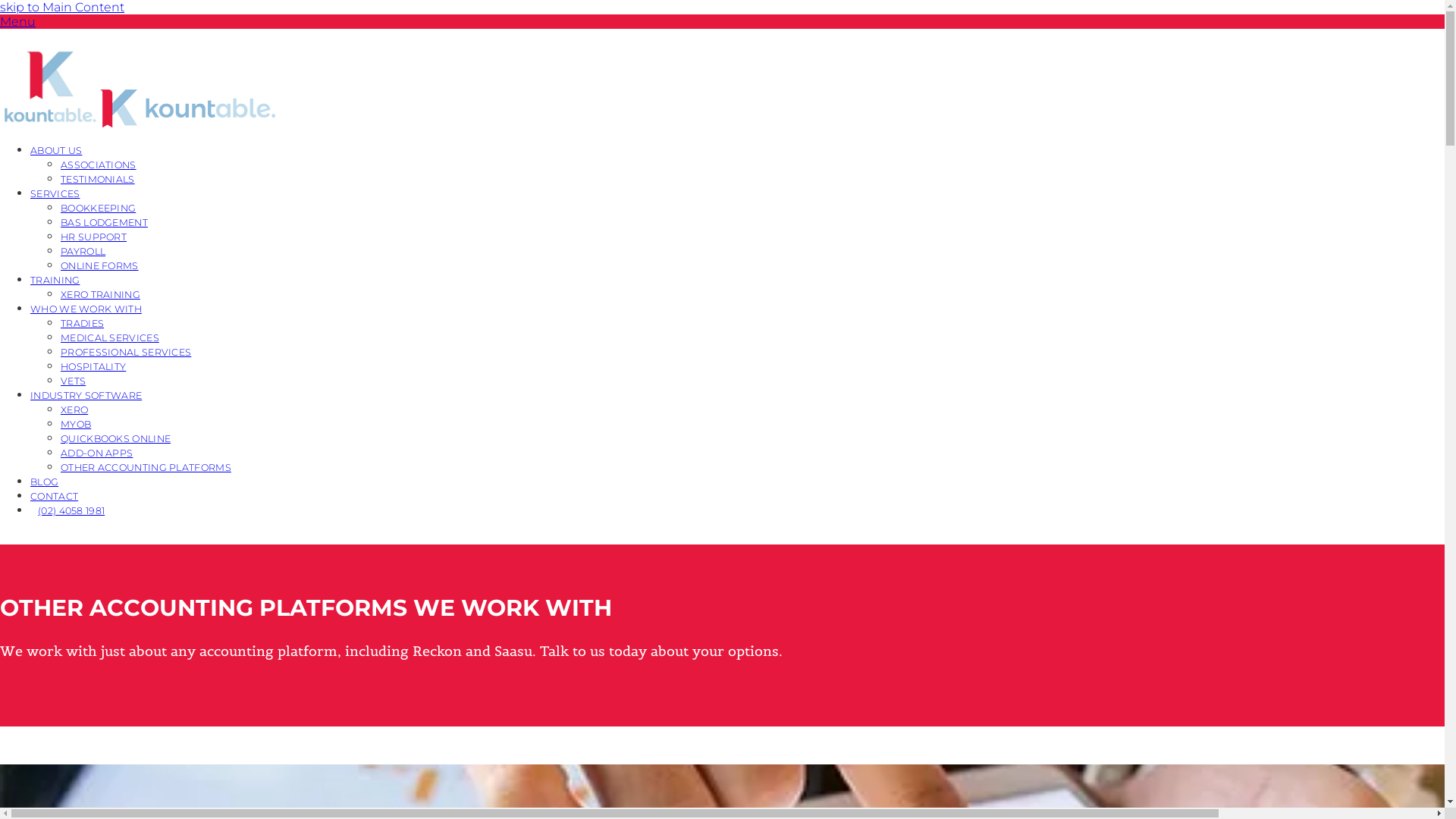  I want to click on 'MYOB', so click(61, 423).